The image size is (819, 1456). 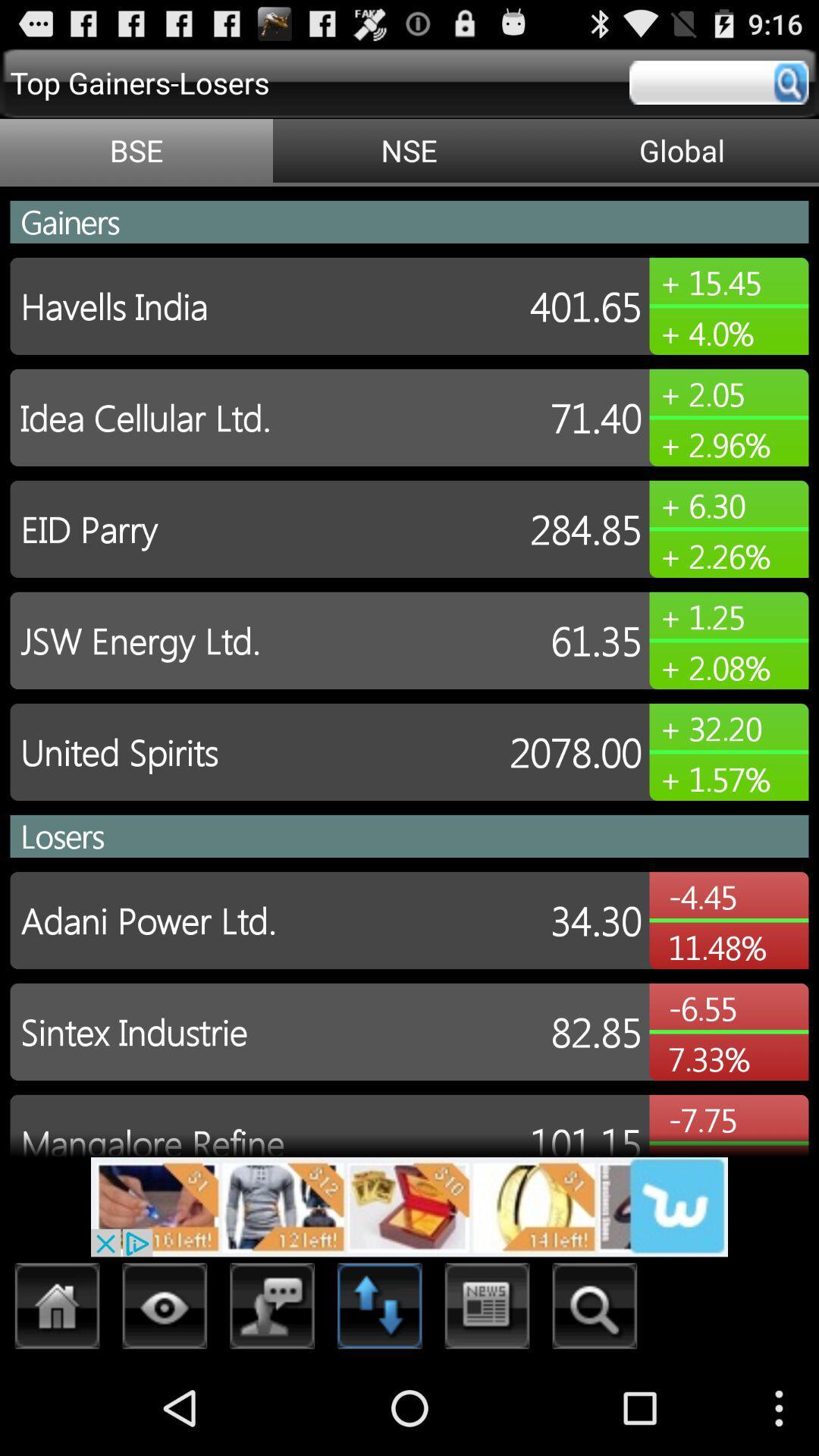 I want to click on search, so click(x=718, y=82).